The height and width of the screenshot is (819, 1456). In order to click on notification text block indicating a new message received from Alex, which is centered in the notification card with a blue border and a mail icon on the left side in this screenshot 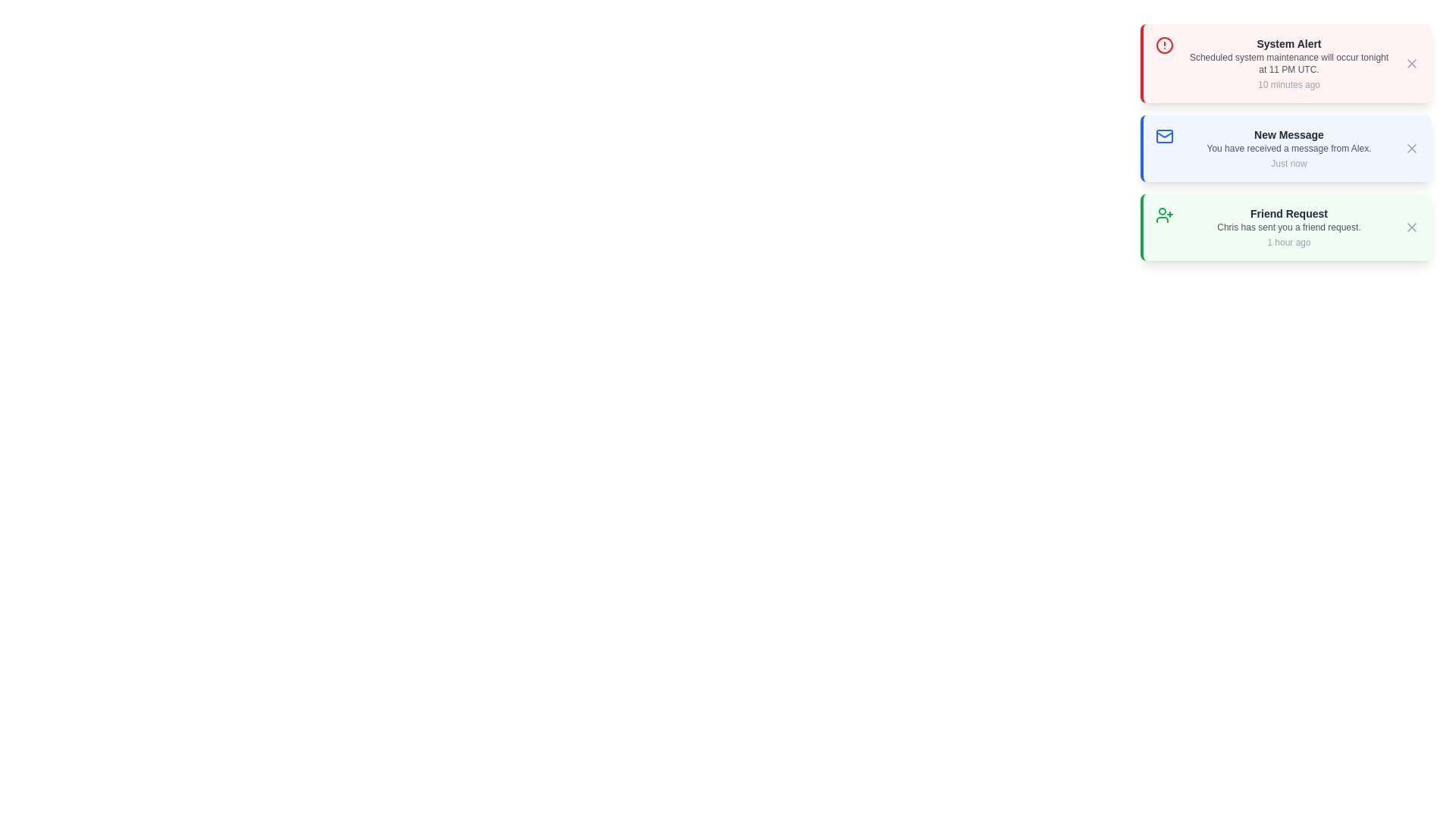, I will do `click(1288, 149)`.